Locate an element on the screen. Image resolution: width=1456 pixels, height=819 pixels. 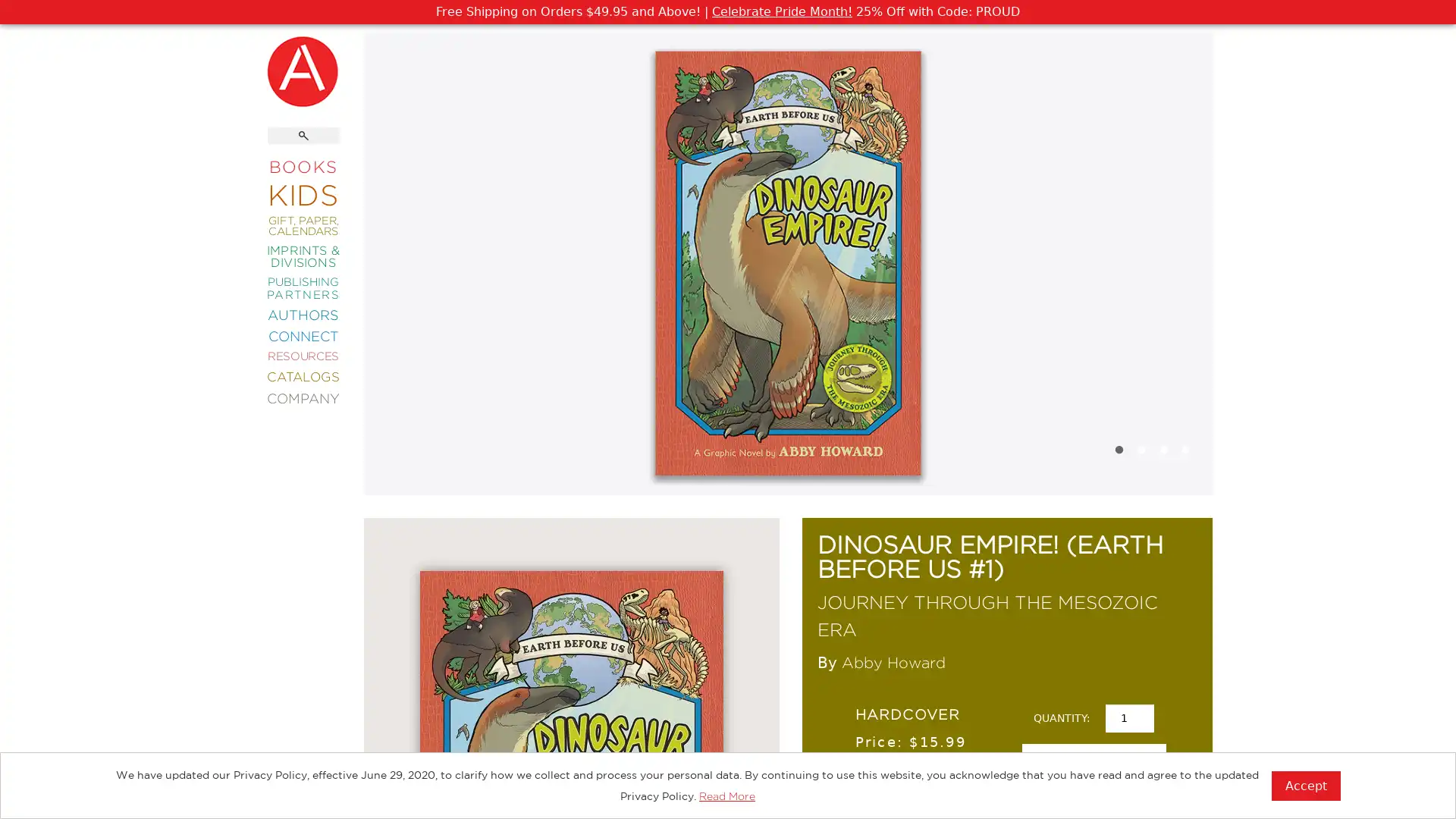
CONNECT is located at coordinates (303, 334).